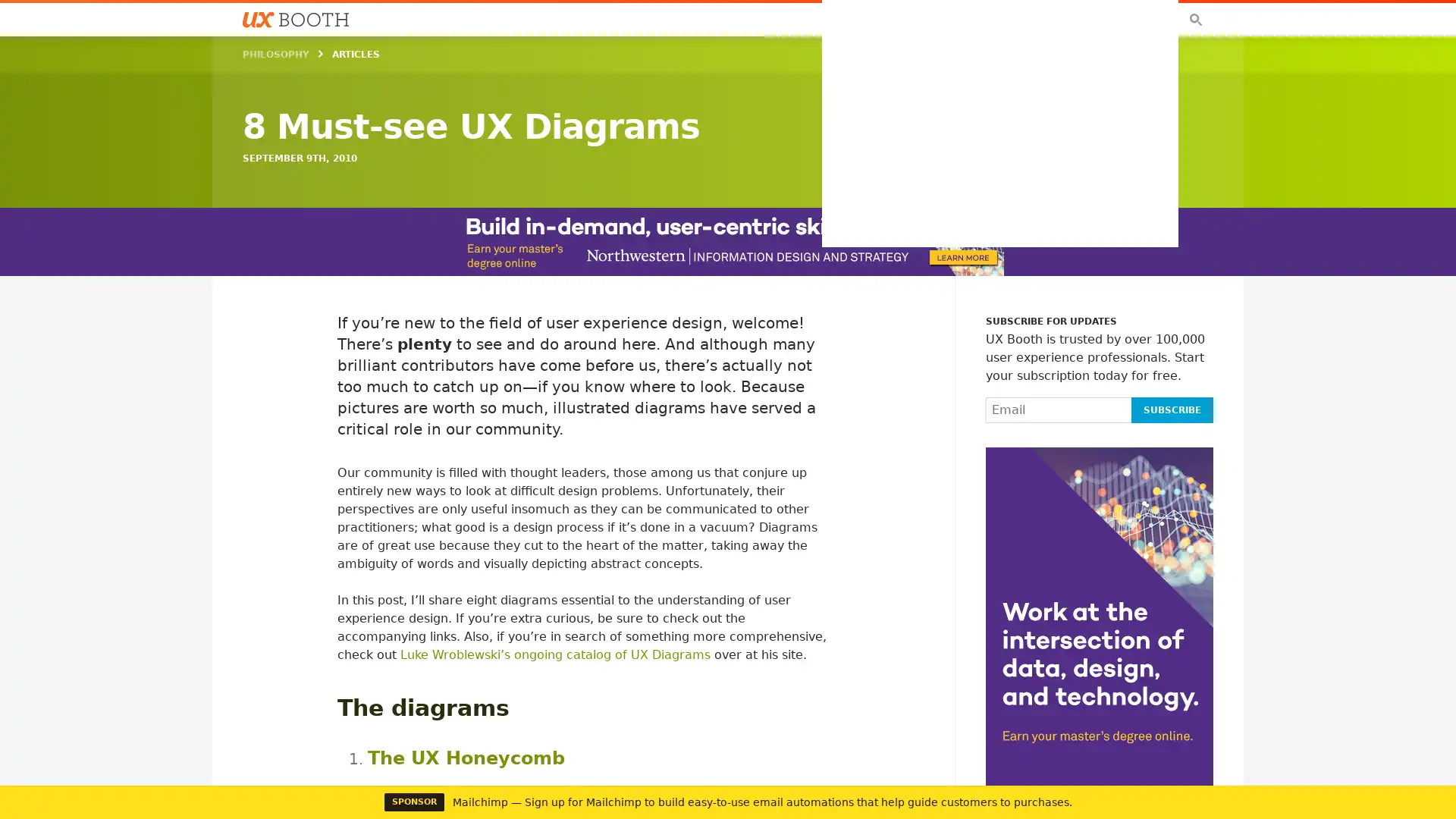  What do you see at coordinates (1171, 409) in the screenshot?
I see `SUBSCRIBE` at bounding box center [1171, 409].